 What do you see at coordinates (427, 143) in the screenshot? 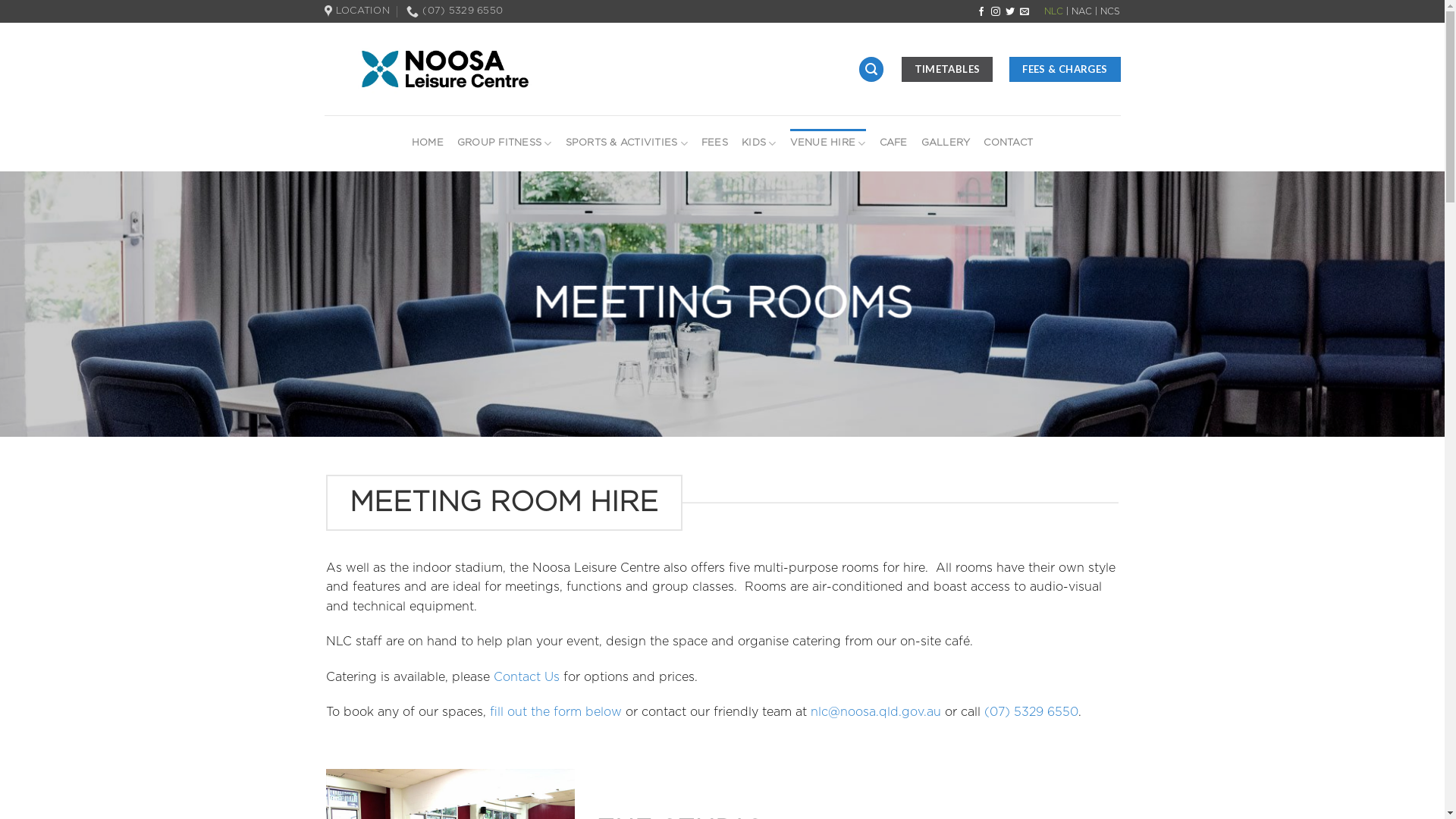
I see `'HOME'` at bounding box center [427, 143].